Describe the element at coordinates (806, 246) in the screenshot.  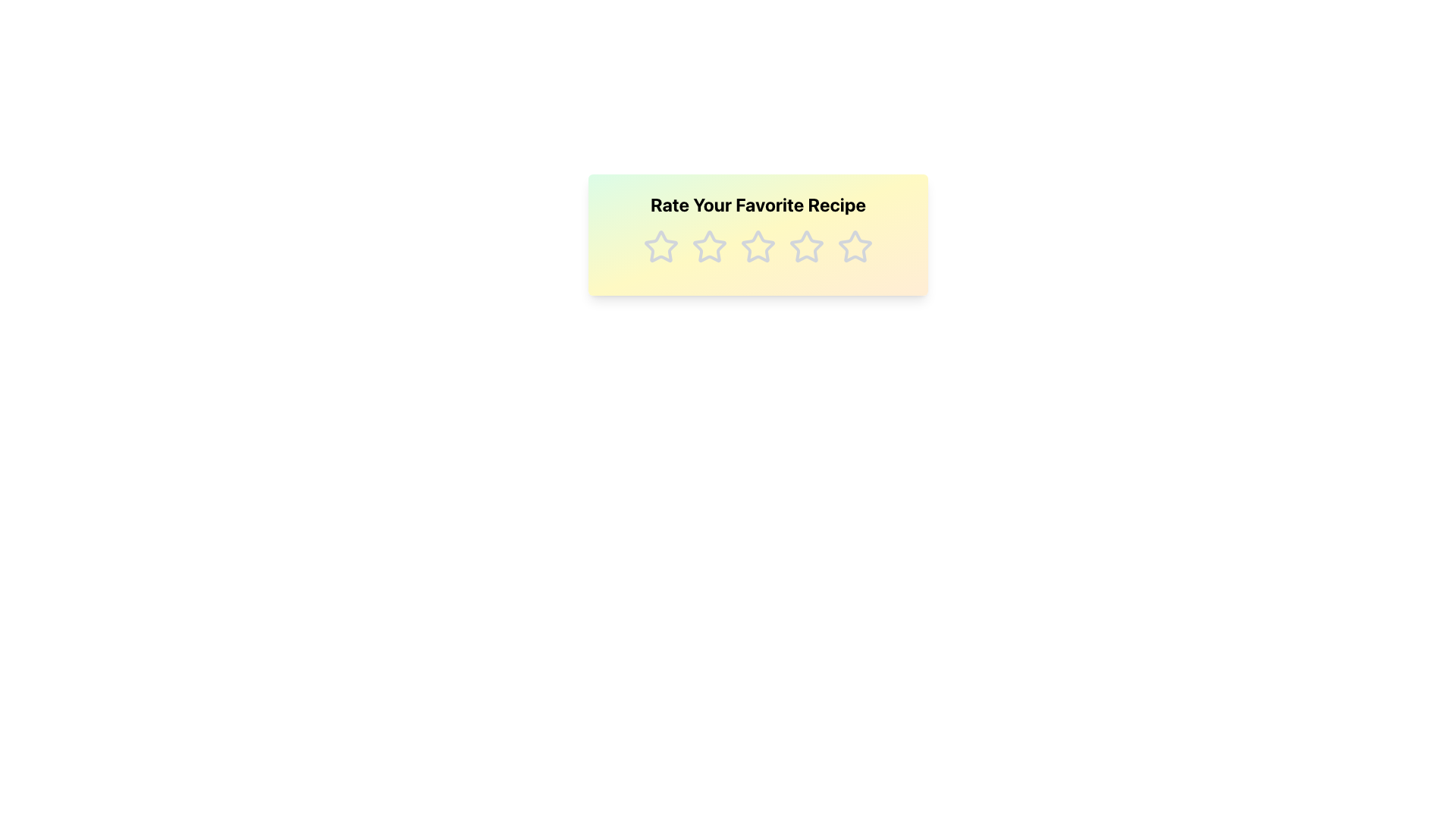
I see `the fourth star-shaped icon in the rating component, which is styled with a gray color and has a hollow outline` at that location.